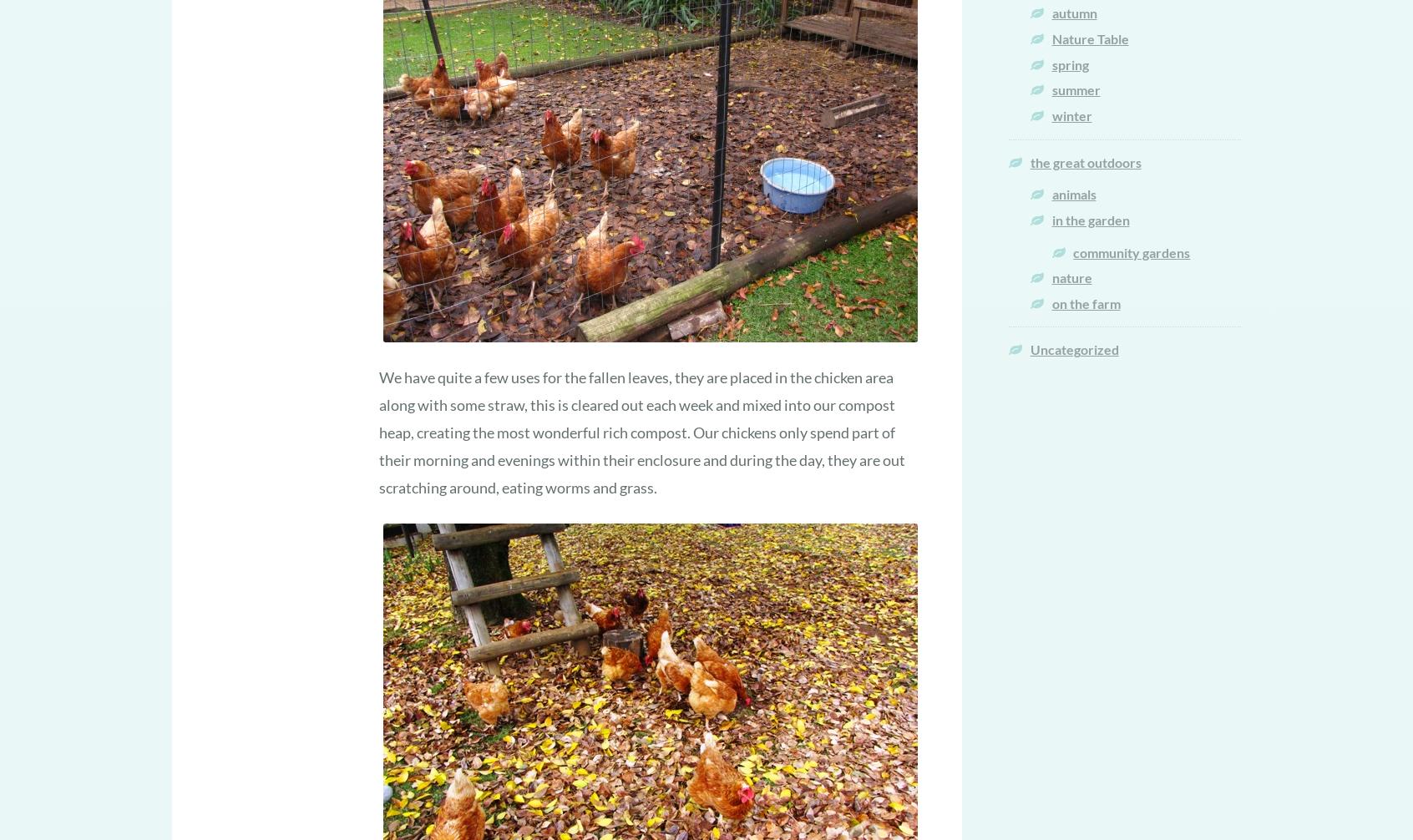  What do you see at coordinates (1131, 250) in the screenshot?
I see `'community gardens'` at bounding box center [1131, 250].